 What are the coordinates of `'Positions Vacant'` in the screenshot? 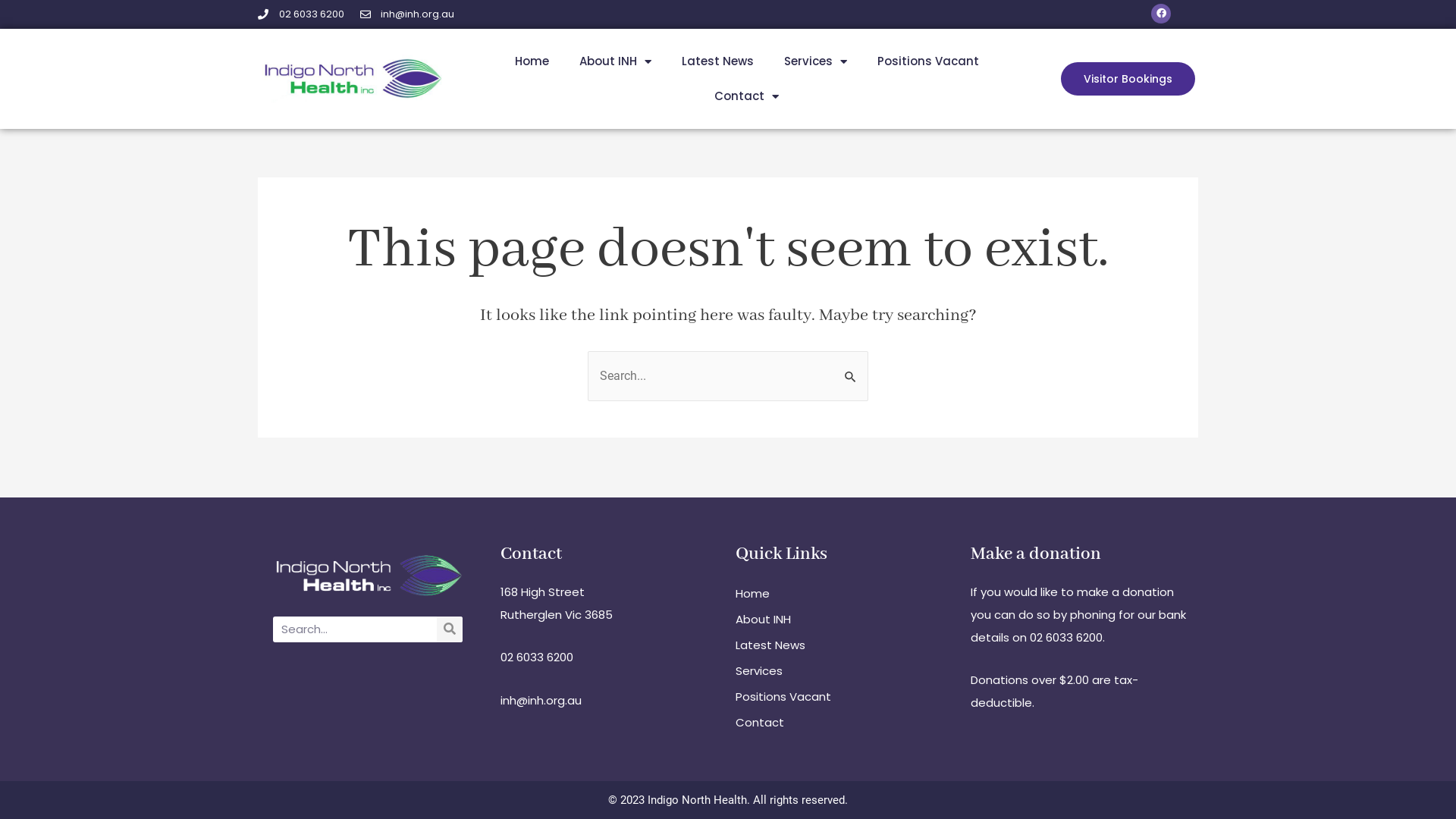 It's located at (844, 696).